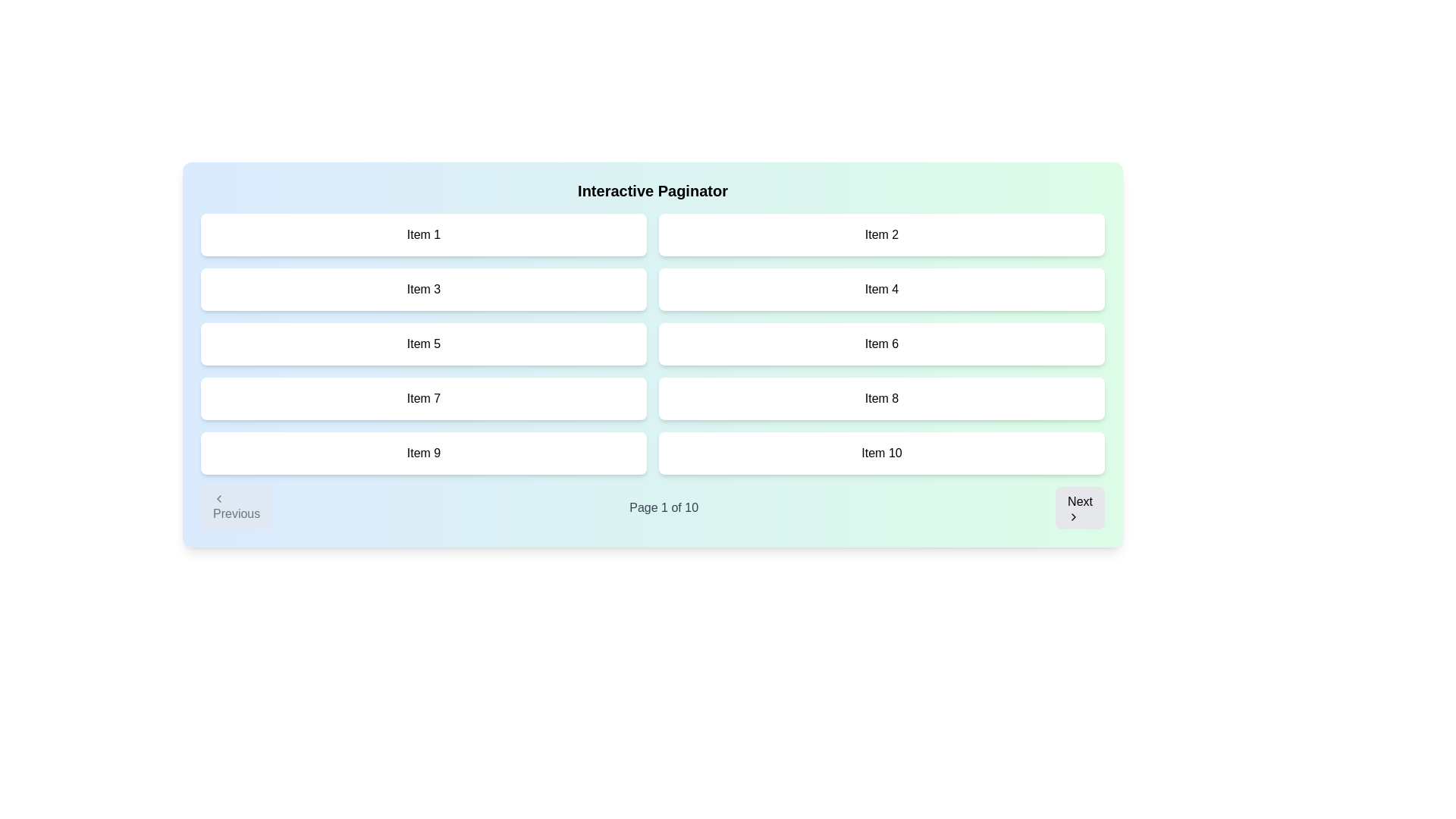 Image resolution: width=1456 pixels, height=819 pixels. What do you see at coordinates (881, 289) in the screenshot?
I see `the static text element labeled 'Item 4' located in the right-side column of the grid system, positioned between 'Item 2' and 'Item 6'` at bounding box center [881, 289].